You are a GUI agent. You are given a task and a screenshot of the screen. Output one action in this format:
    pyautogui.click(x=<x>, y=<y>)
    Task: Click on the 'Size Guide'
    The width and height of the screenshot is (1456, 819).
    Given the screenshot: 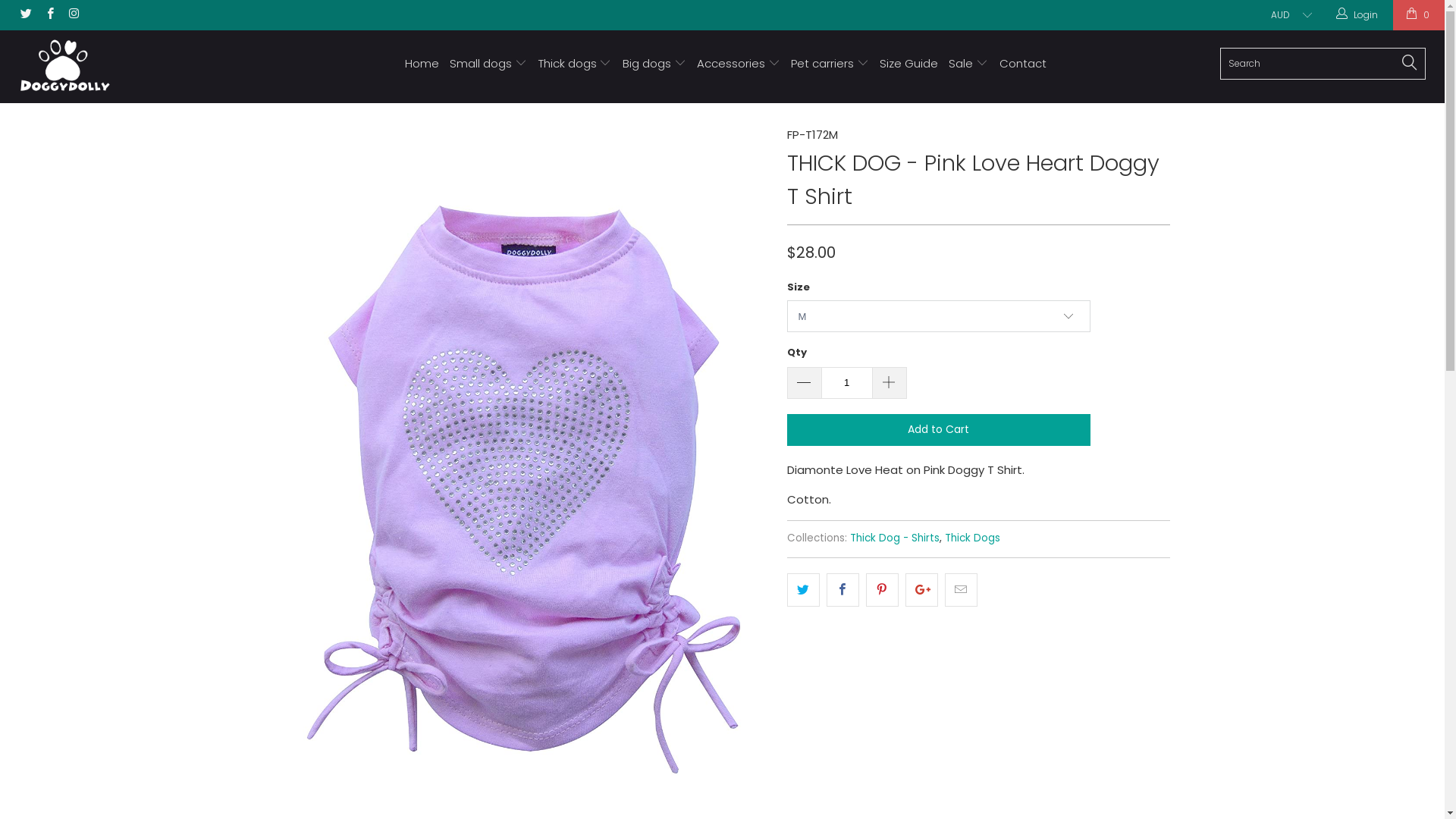 What is the action you would take?
    pyautogui.click(x=908, y=63)
    